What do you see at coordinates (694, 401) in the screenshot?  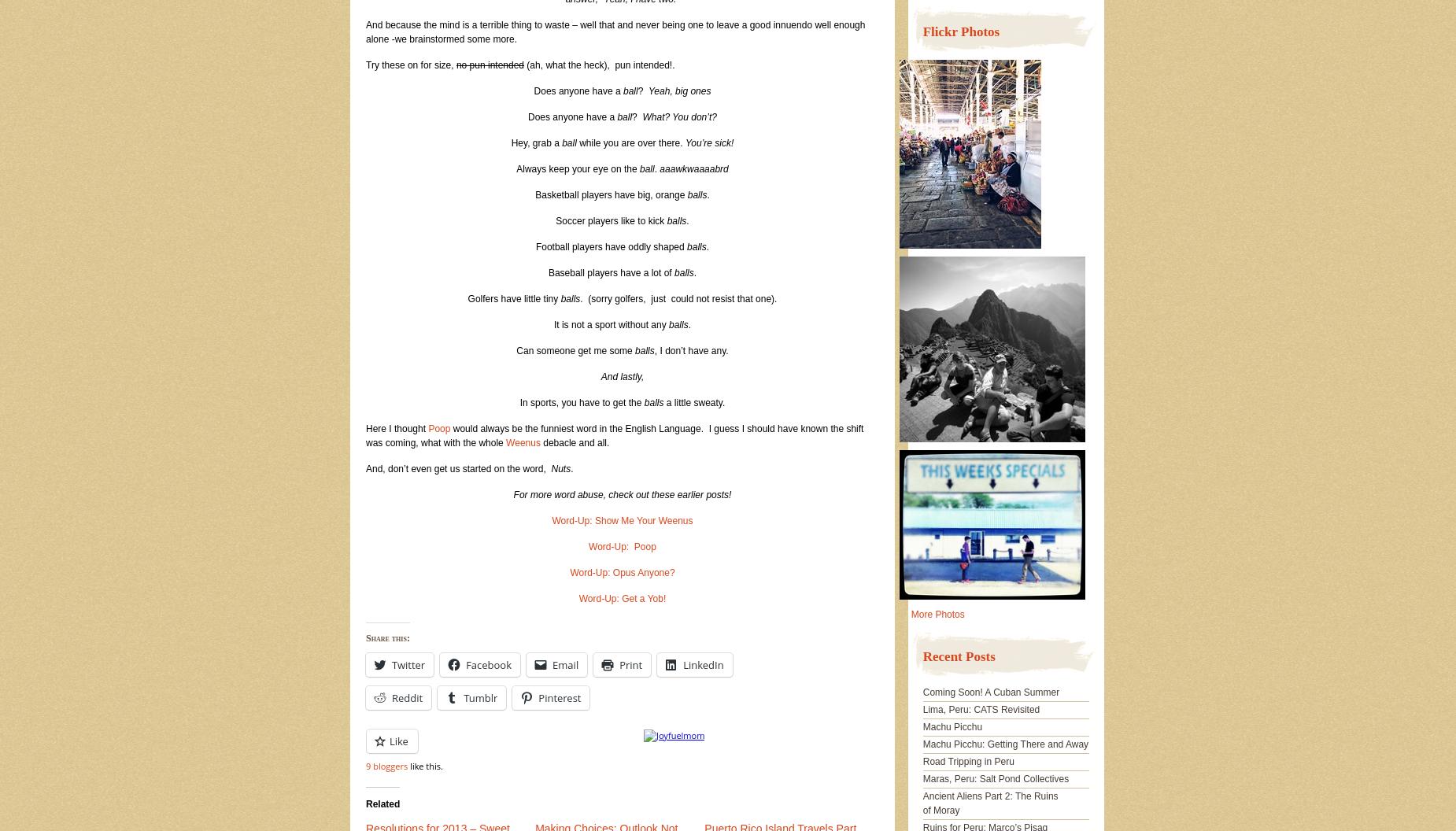 I see `'a little sweaty.'` at bounding box center [694, 401].